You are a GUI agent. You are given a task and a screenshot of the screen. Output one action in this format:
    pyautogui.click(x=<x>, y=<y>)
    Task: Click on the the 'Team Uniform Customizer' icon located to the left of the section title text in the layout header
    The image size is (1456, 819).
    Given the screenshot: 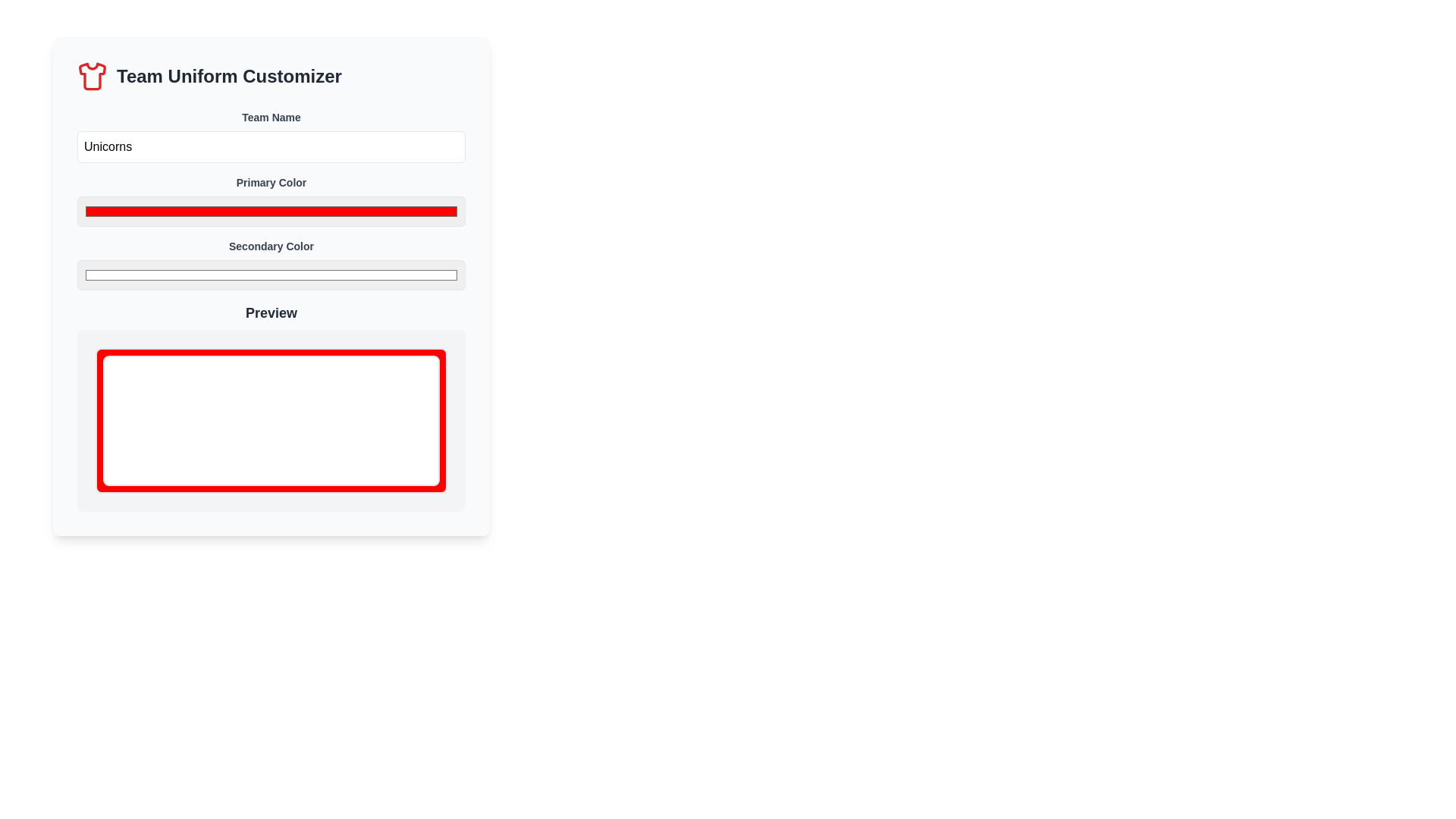 What is the action you would take?
    pyautogui.click(x=91, y=76)
    